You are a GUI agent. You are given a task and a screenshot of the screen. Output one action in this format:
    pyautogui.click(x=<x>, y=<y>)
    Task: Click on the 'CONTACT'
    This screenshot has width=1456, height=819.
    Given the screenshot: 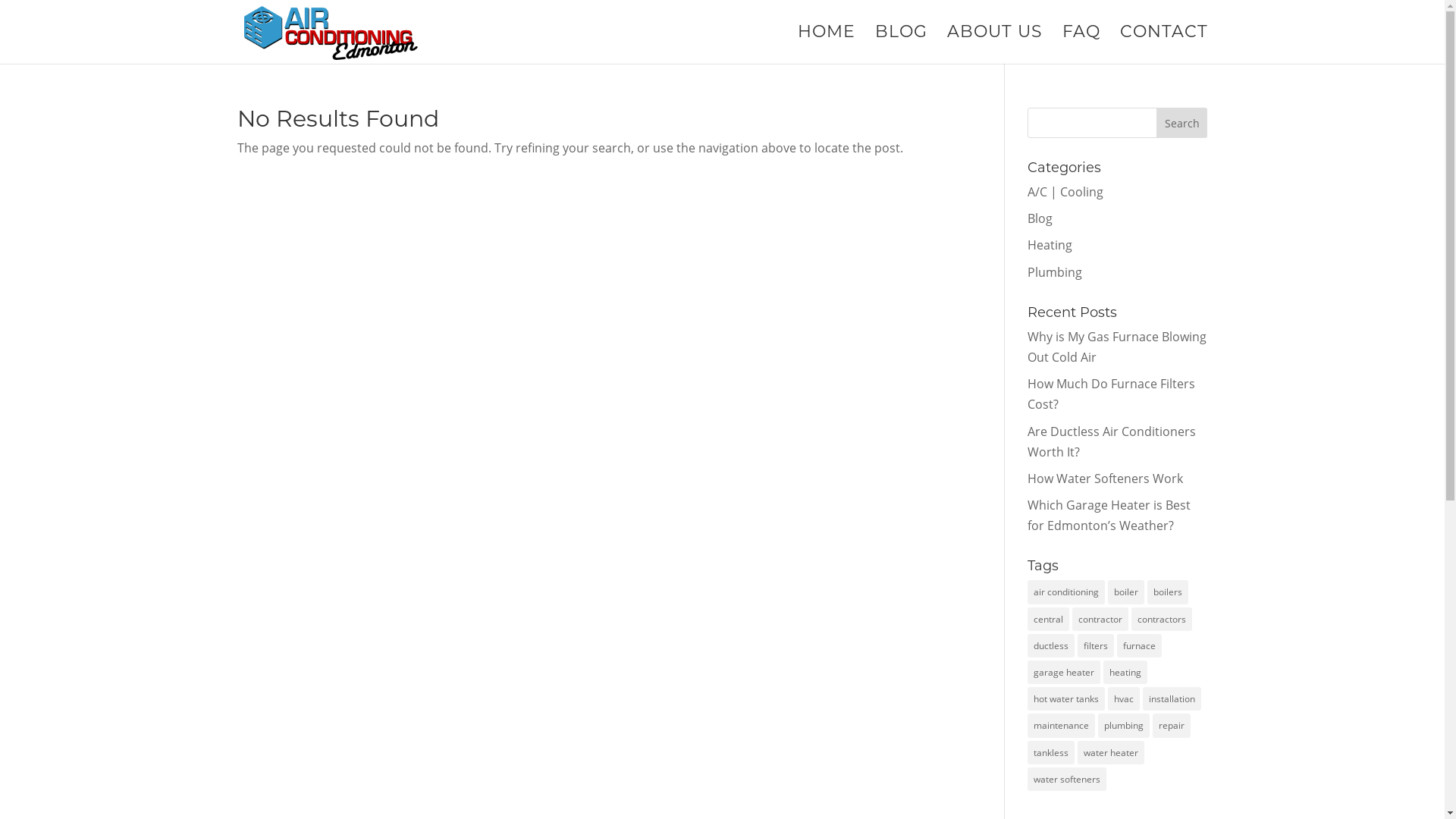 What is the action you would take?
    pyautogui.click(x=1119, y=44)
    